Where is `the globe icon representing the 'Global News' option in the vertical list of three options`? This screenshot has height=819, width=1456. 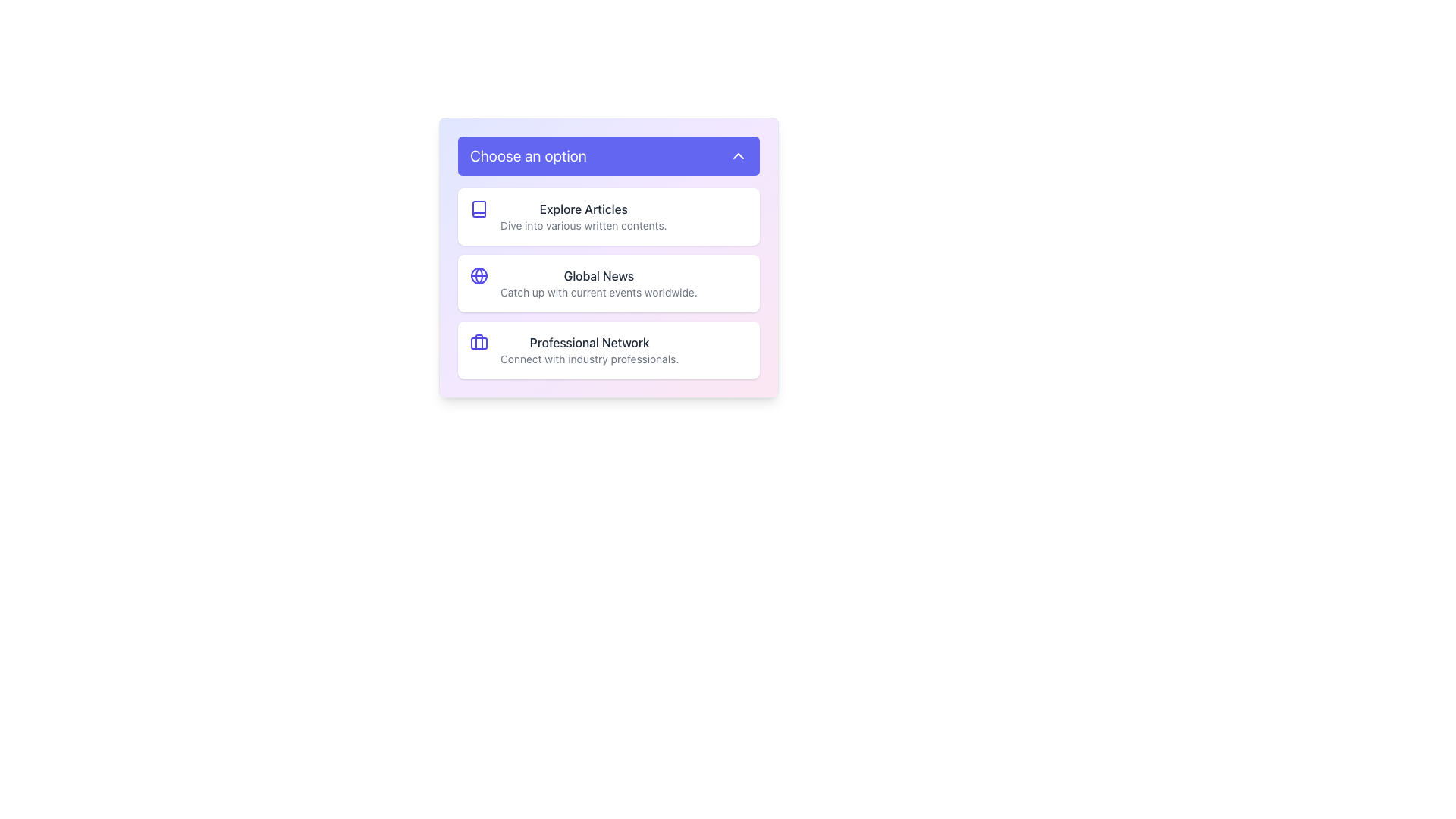
the globe icon representing the 'Global News' option in the vertical list of three options is located at coordinates (479, 275).